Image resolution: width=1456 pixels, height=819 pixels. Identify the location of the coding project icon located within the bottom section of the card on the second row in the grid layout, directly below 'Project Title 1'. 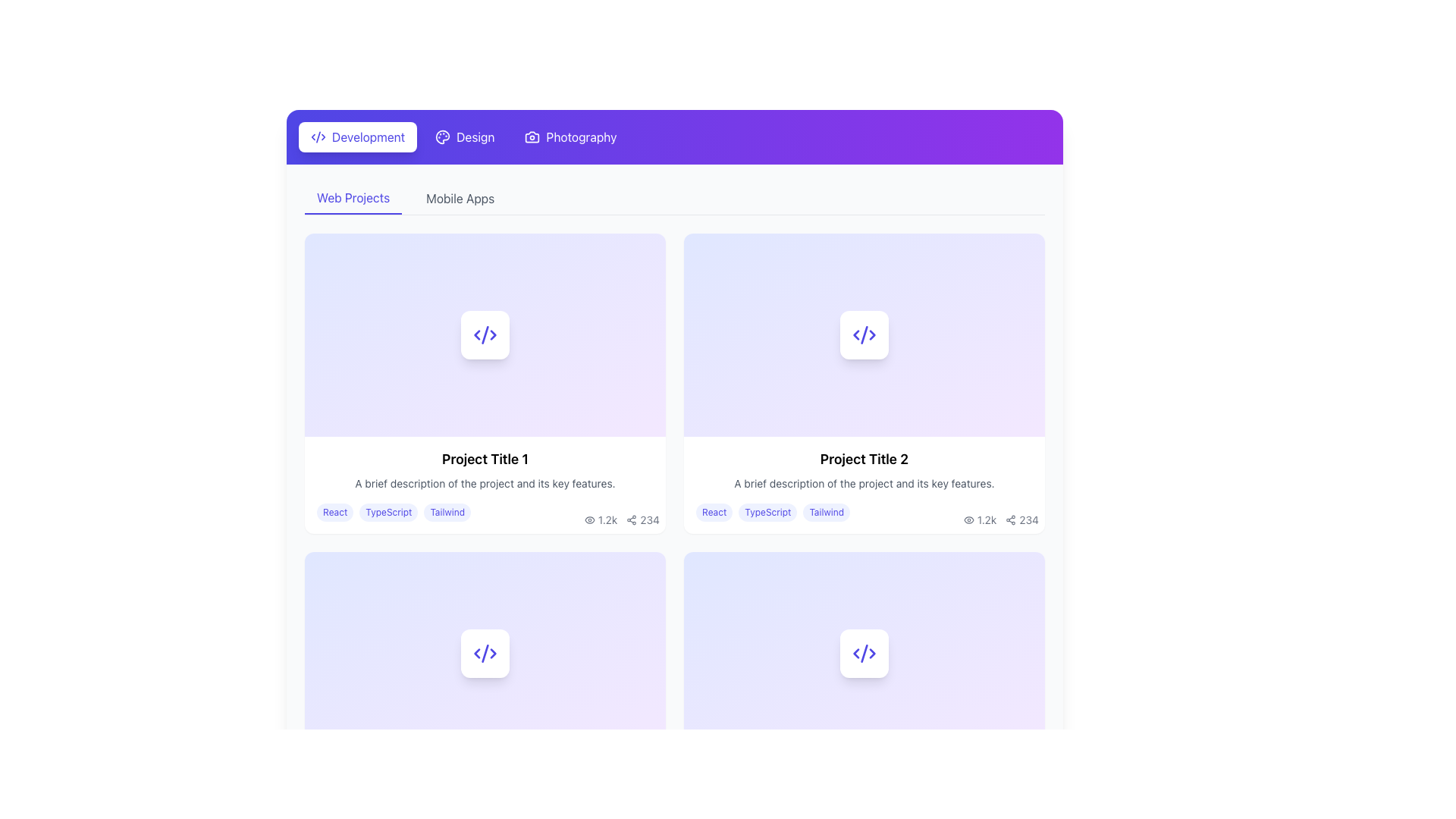
(484, 651).